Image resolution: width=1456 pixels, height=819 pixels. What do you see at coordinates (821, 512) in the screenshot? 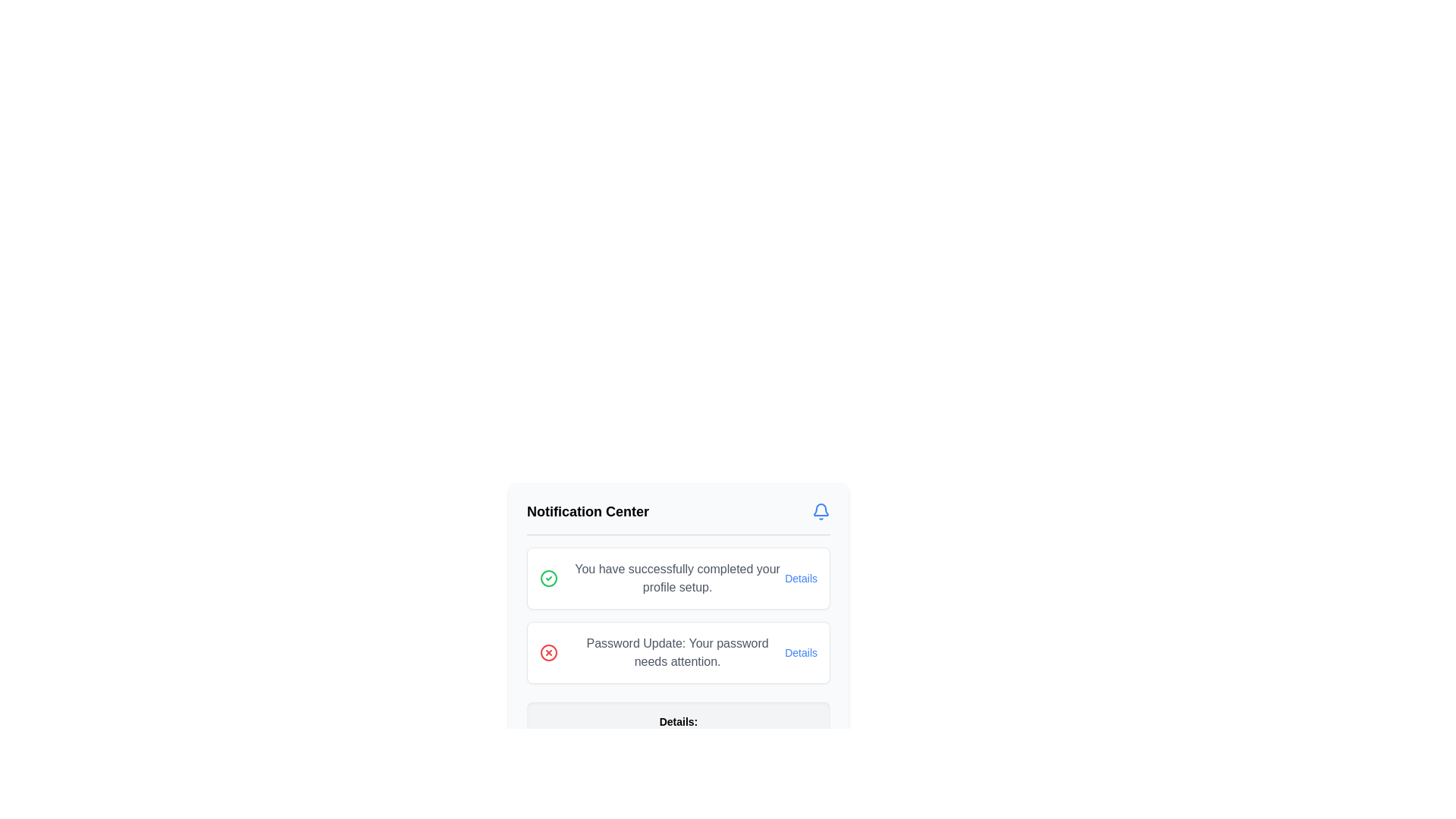
I see `the bell icon located in the top-right section of the Notification Center header` at bounding box center [821, 512].